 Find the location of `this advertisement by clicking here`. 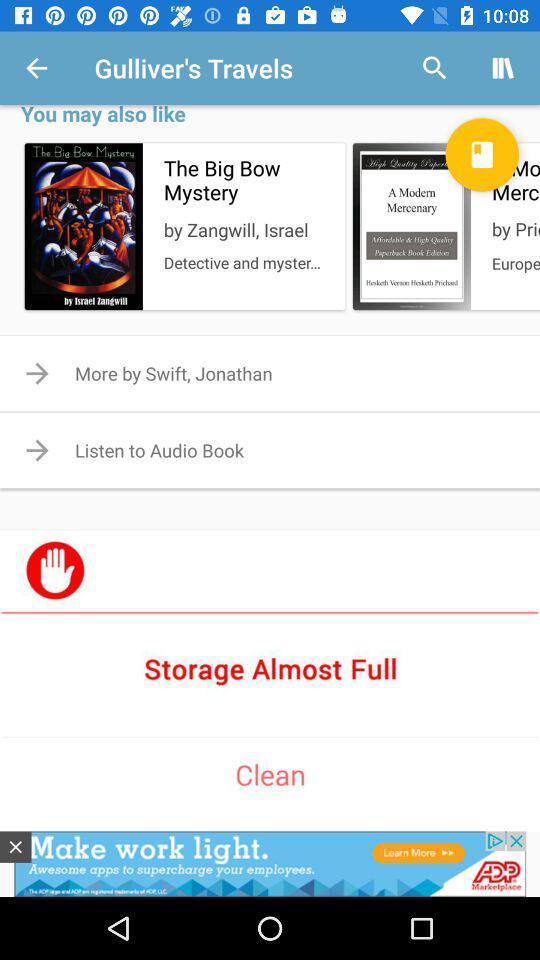

this advertisement by clicking here is located at coordinates (14, 846).